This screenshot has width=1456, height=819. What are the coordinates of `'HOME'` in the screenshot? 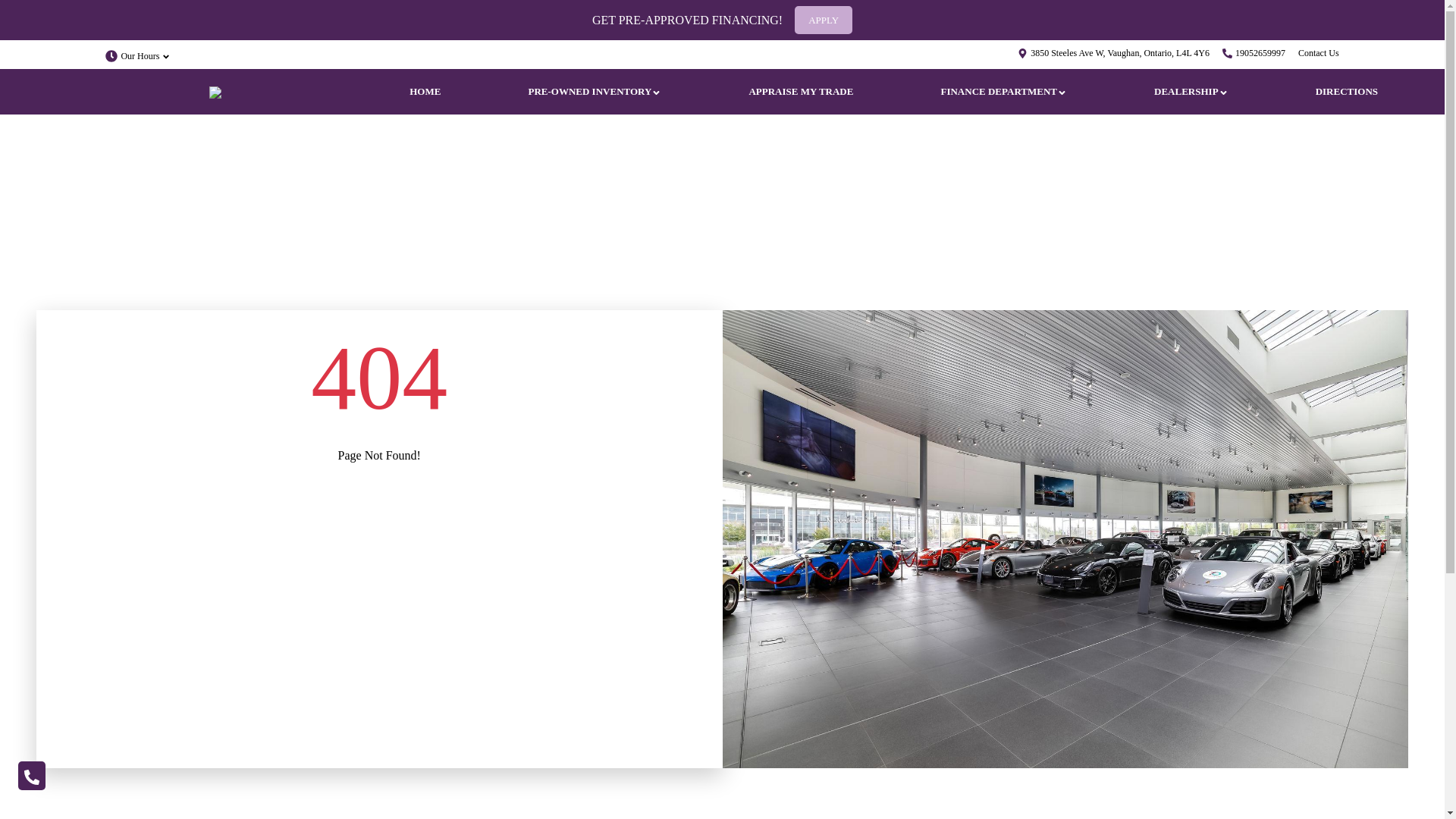 It's located at (425, 91).